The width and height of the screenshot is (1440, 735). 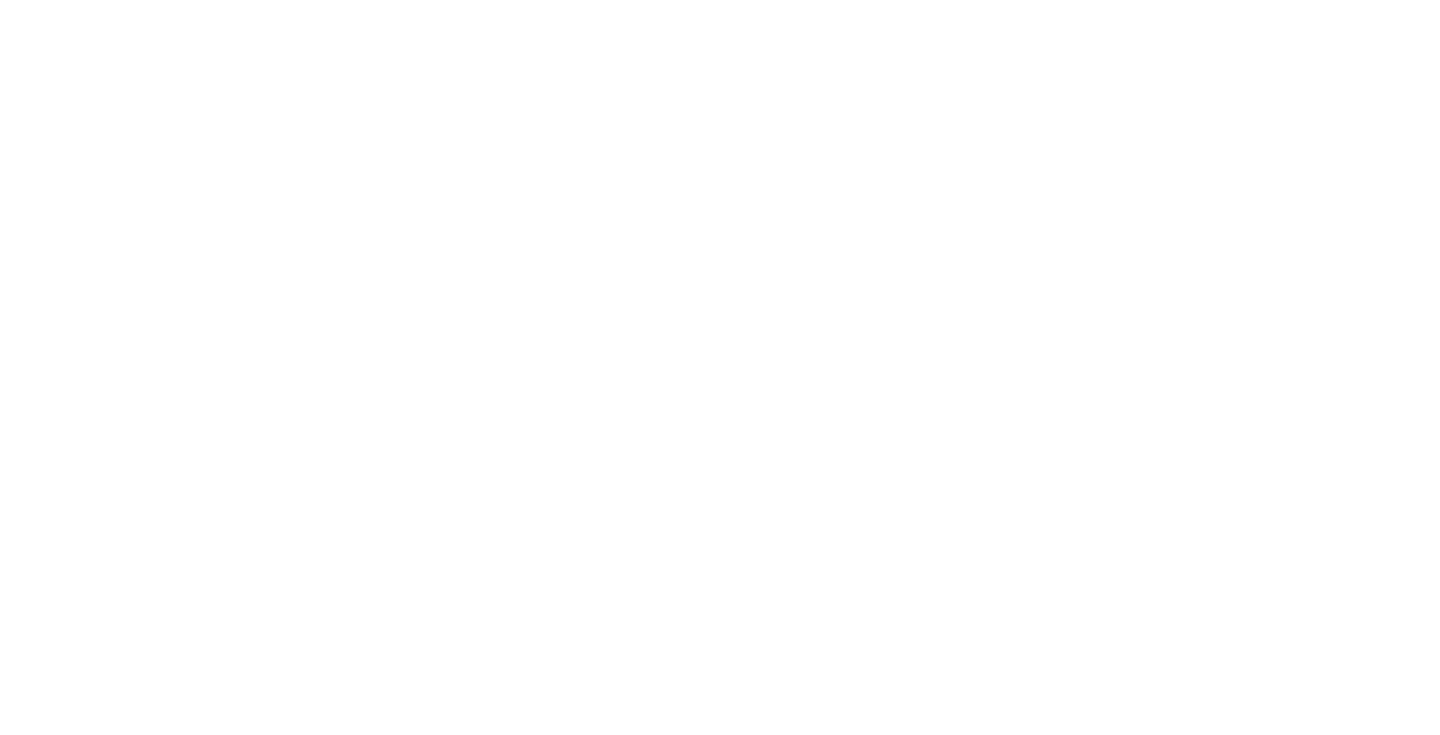 What do you see at coordinates (1268, 340) in the screenshot?
I see `'Faculty & Staff (EID Login)'` at bounding box center [1268, 340].